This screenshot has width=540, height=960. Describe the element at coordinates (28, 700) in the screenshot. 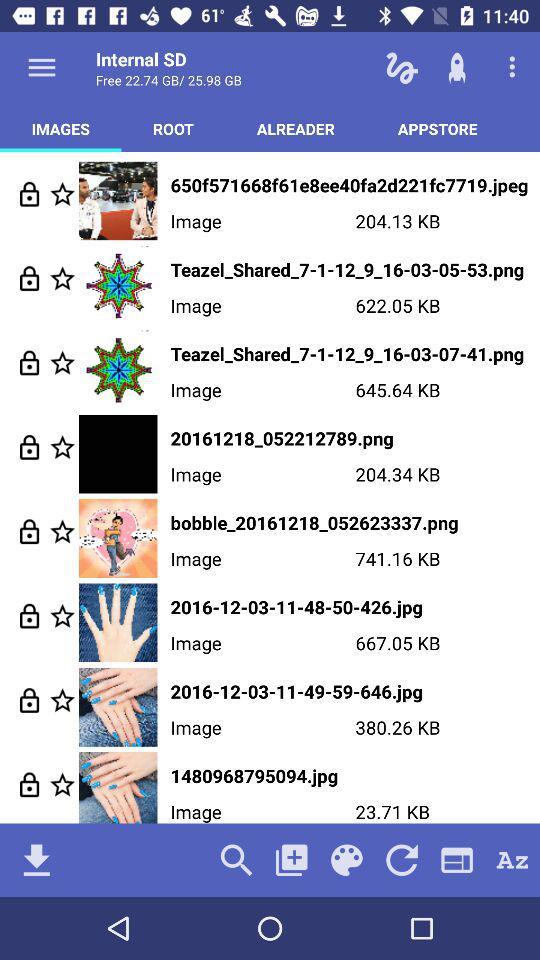

I see `lock image` at that location.